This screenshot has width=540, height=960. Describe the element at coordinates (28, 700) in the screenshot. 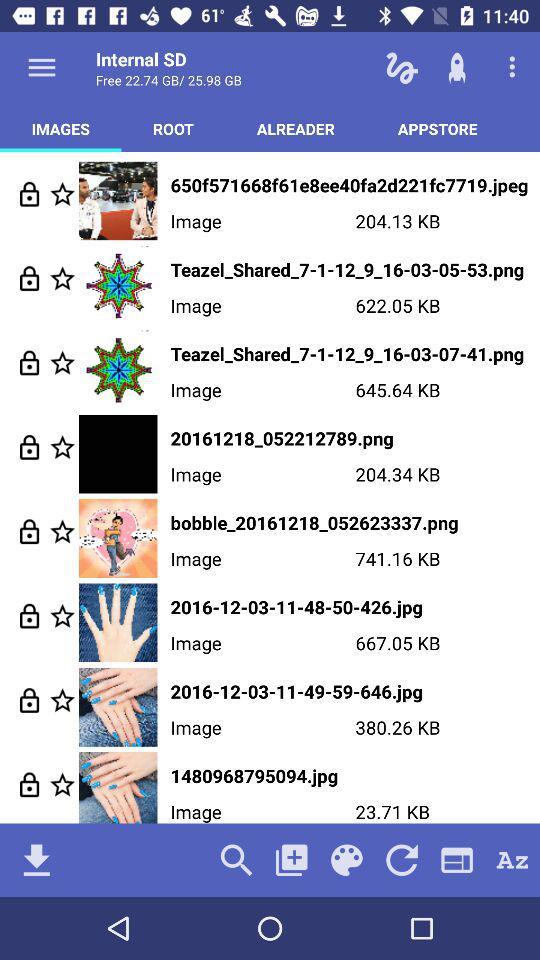

I see `lock image` at that location.